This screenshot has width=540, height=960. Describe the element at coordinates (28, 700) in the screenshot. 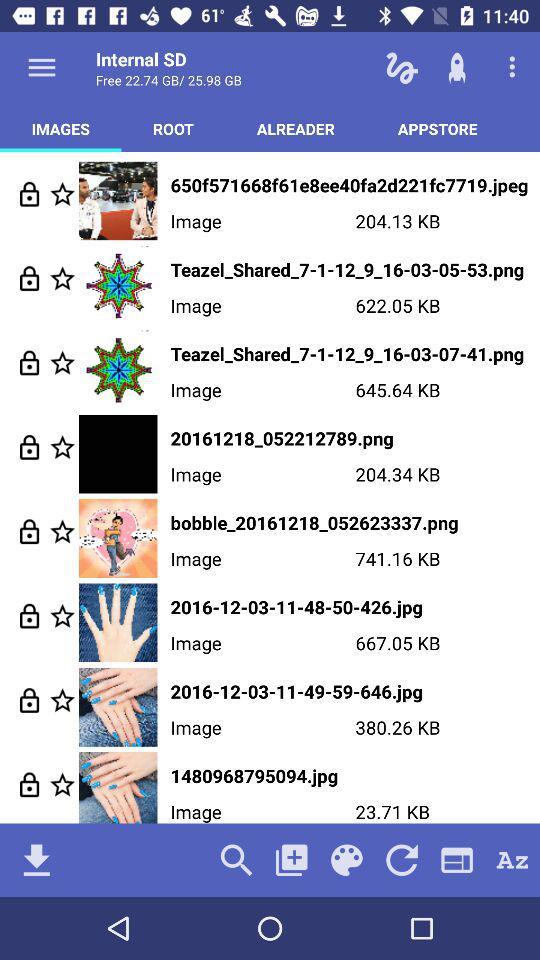

I see `lock image` at that location.